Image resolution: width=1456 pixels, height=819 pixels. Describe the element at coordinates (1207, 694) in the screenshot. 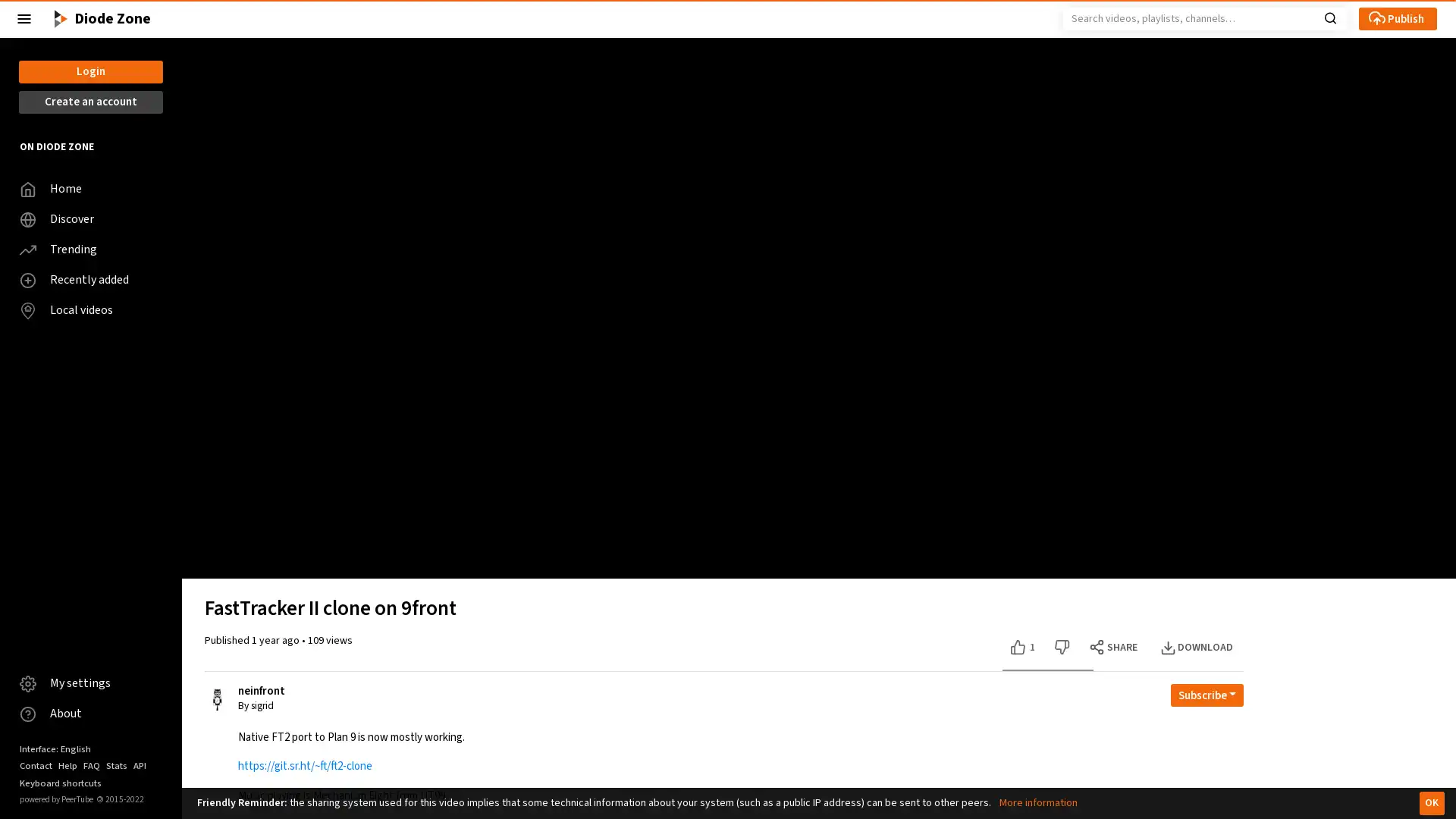

I see `Open subscription dropdown` at that location.